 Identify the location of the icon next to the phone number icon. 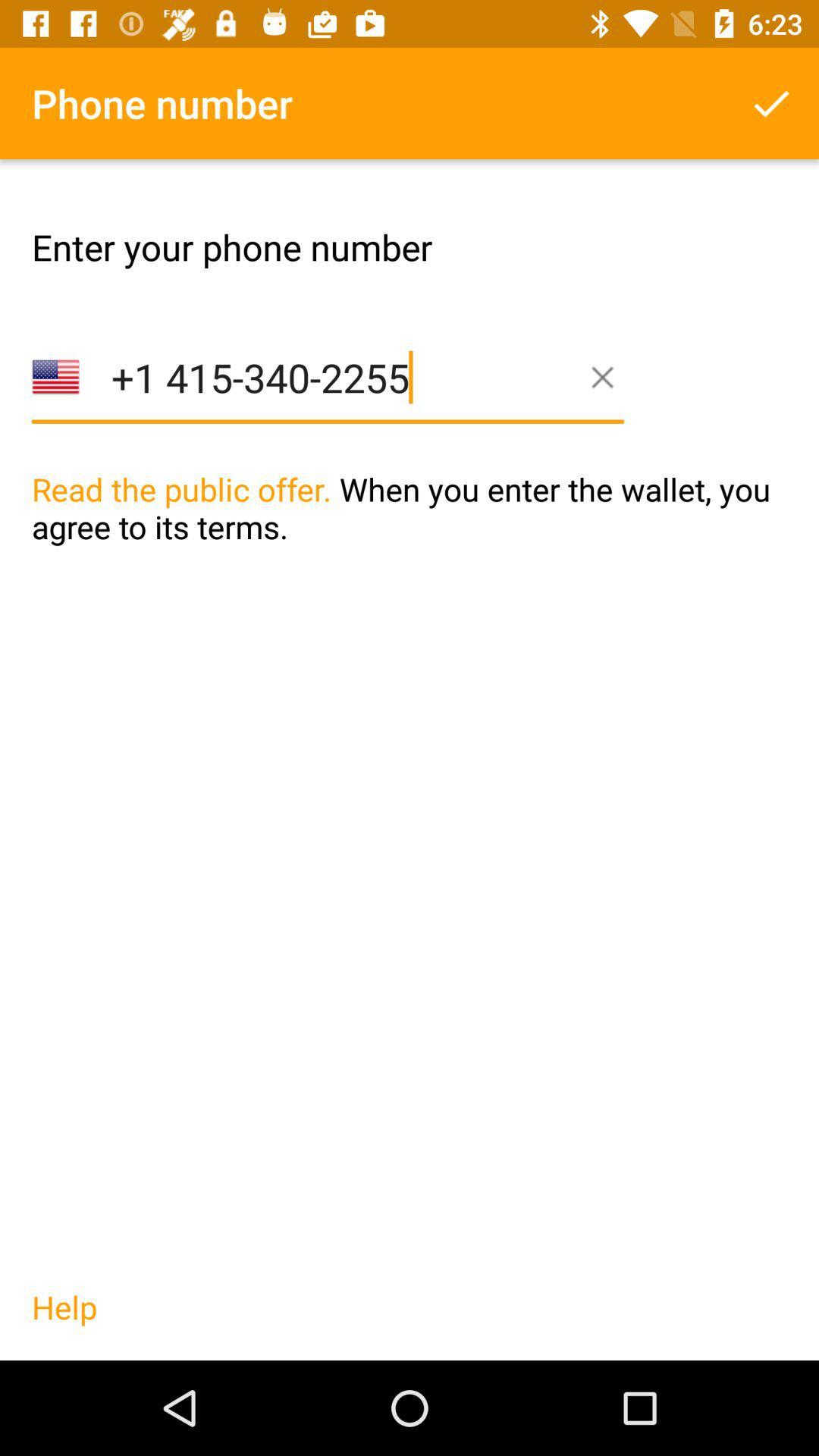
(771, 102).